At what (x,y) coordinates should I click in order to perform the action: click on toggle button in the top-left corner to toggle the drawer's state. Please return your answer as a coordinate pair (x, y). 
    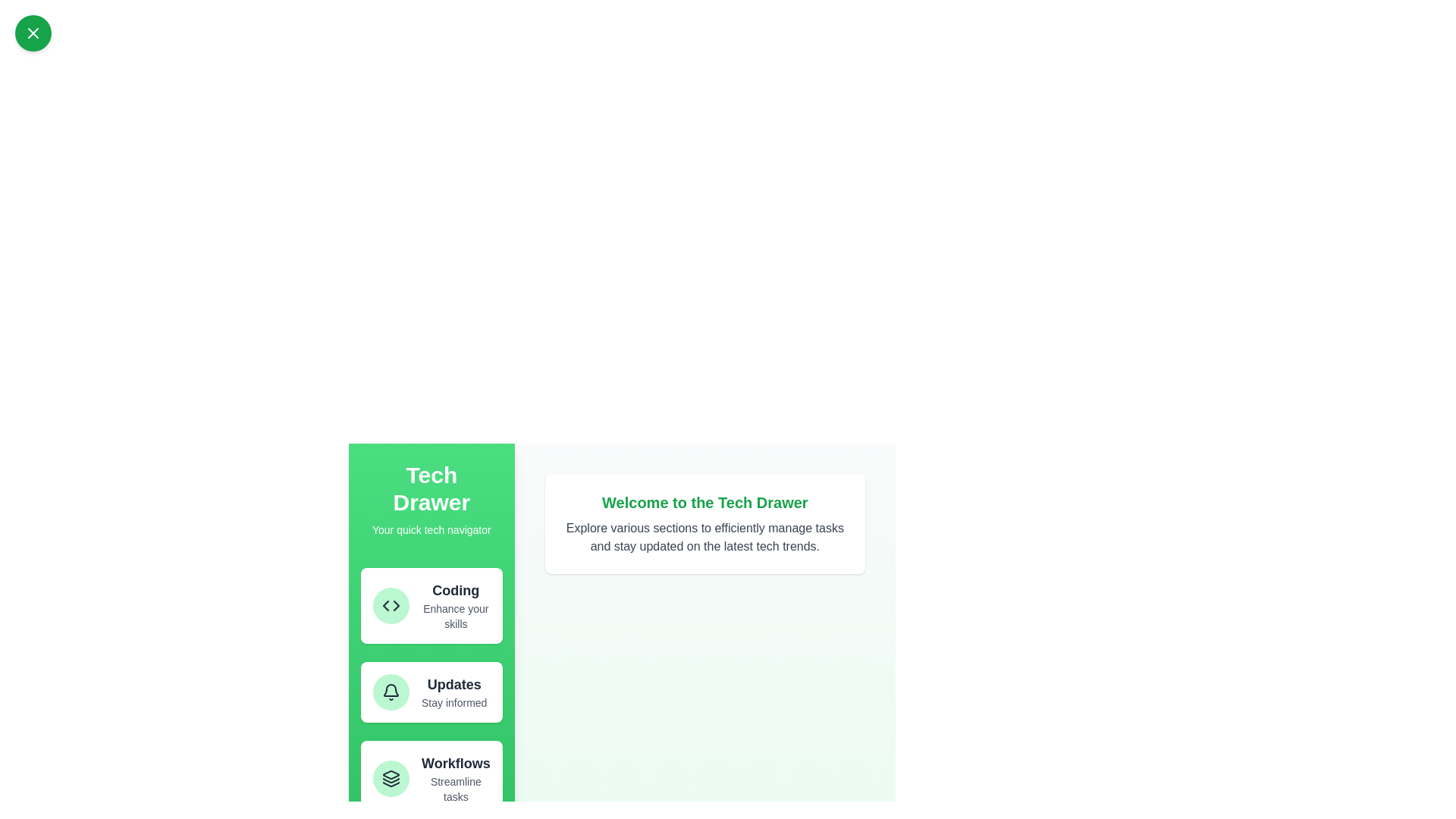
    Looking at the image, I should click on (33, 33).